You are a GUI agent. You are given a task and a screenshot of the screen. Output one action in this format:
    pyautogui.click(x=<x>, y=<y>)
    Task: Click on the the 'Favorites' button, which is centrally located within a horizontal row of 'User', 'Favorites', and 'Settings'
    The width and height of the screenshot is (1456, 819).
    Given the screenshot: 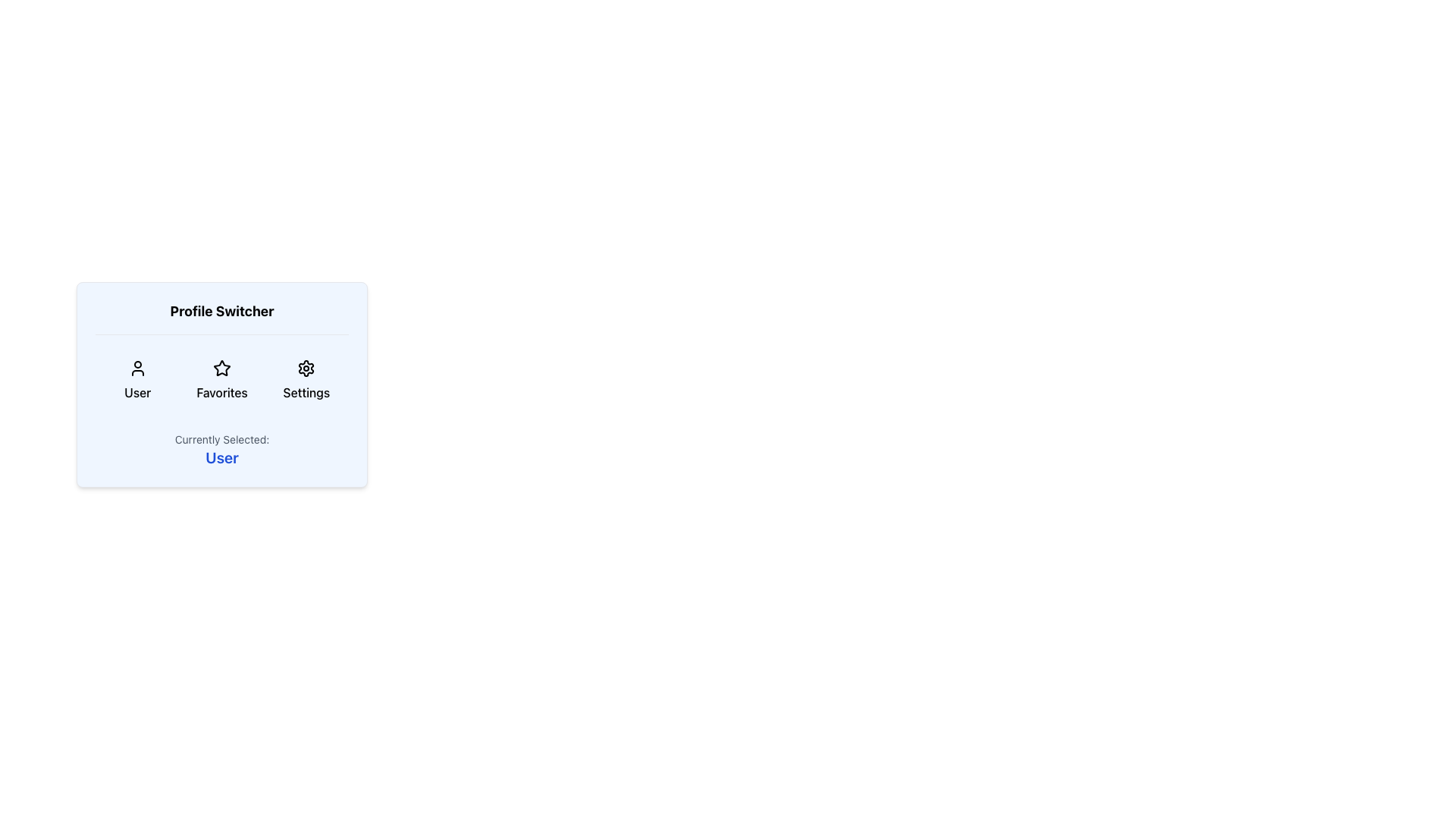 What is the action you would take?
    pyautogui.click(x=221, y=379)
    